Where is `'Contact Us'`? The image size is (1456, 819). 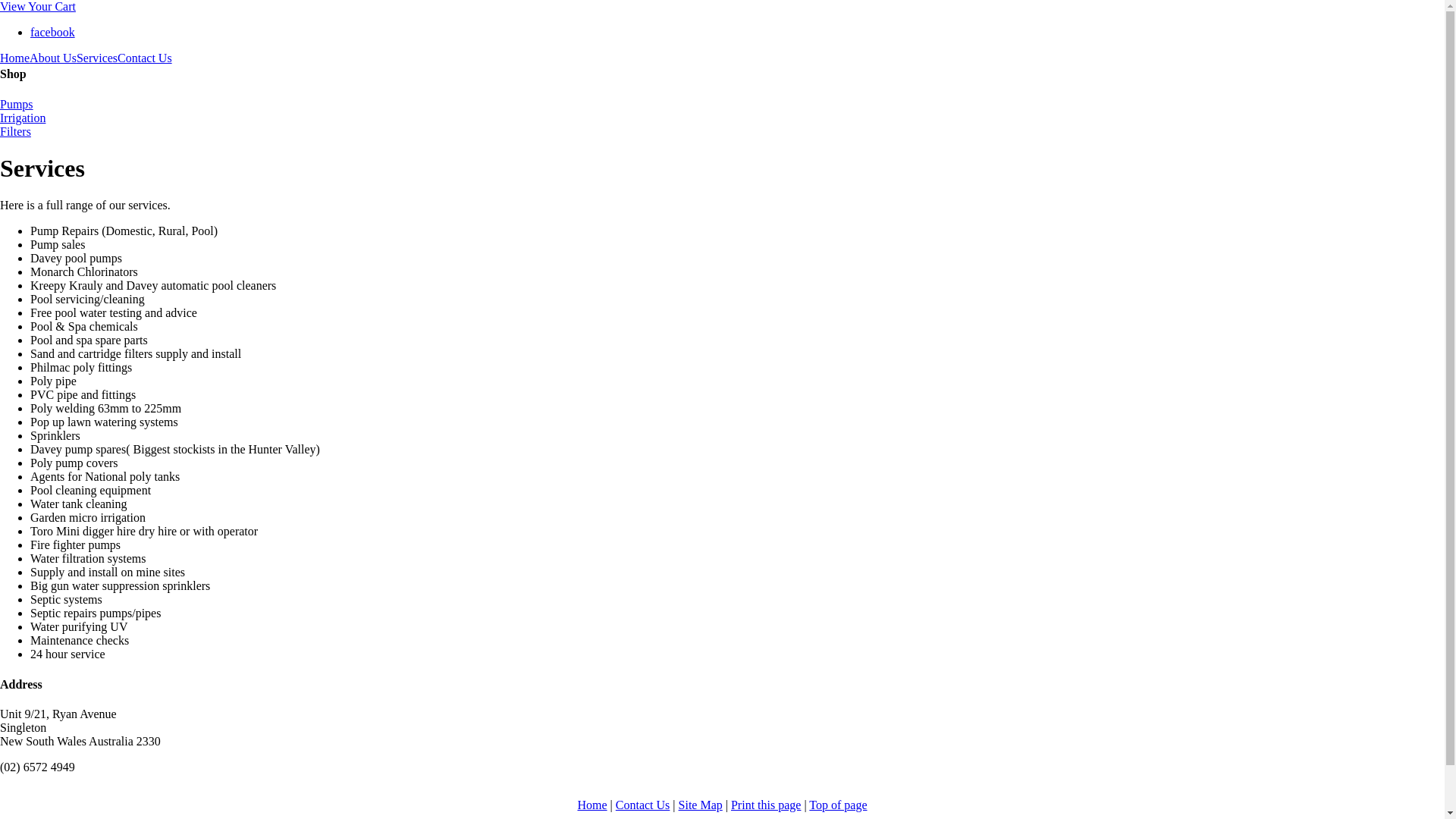 'Contact Us' is located at coordinates (643, 804).